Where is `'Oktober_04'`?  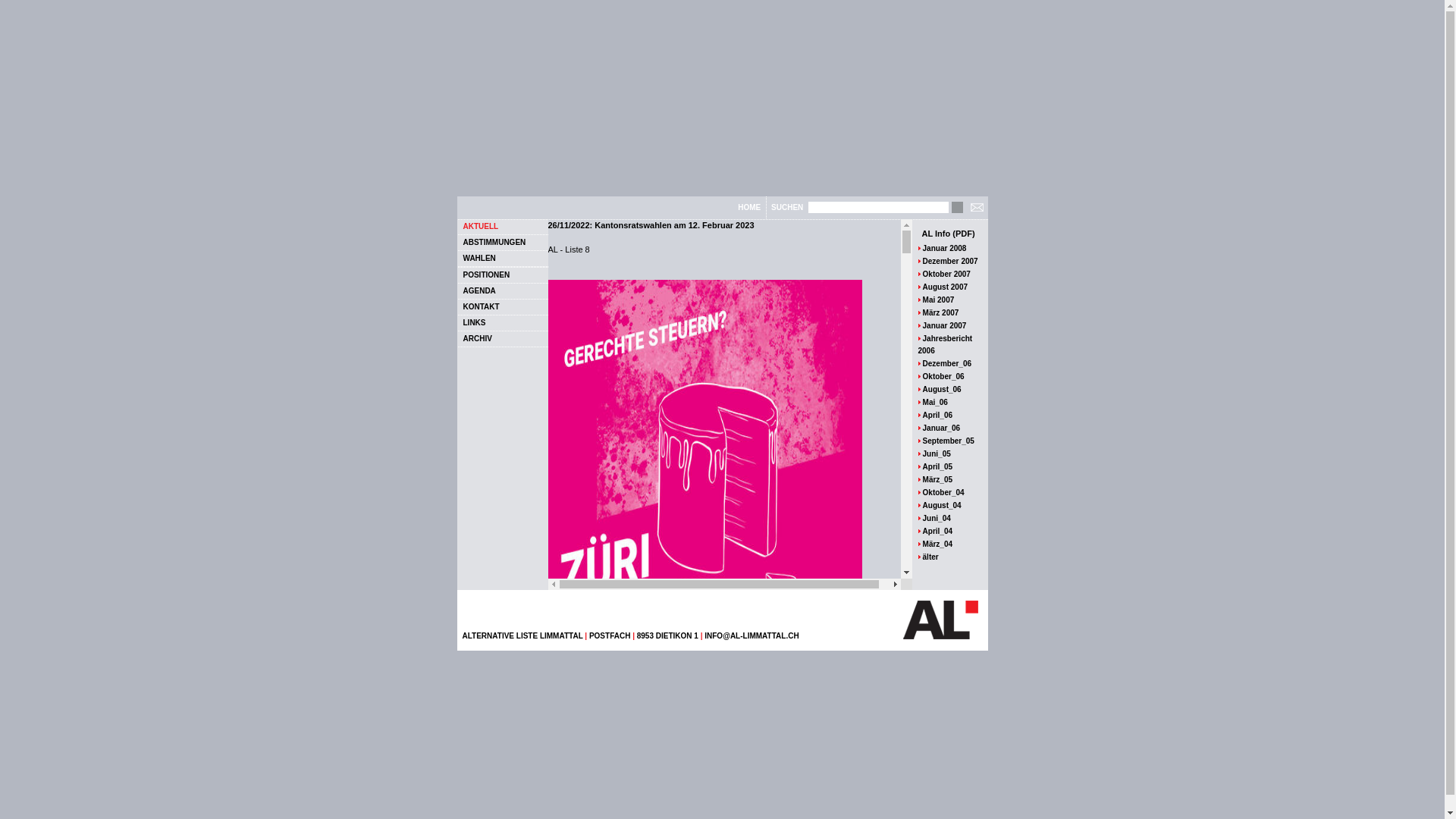
'Oktober_04' is located at coordinates (943, 492).